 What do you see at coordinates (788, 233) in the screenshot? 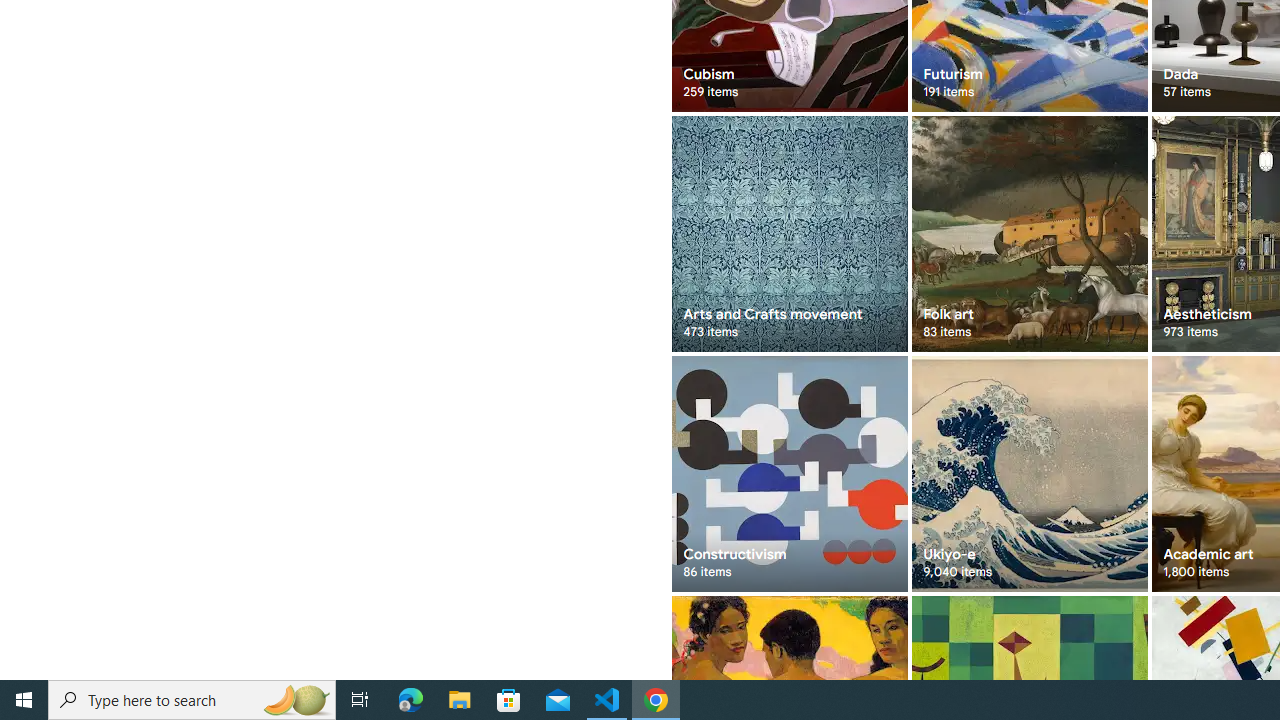
I see `'Arts and Crafts movement 473 items'` at bounding box center [788, 233].